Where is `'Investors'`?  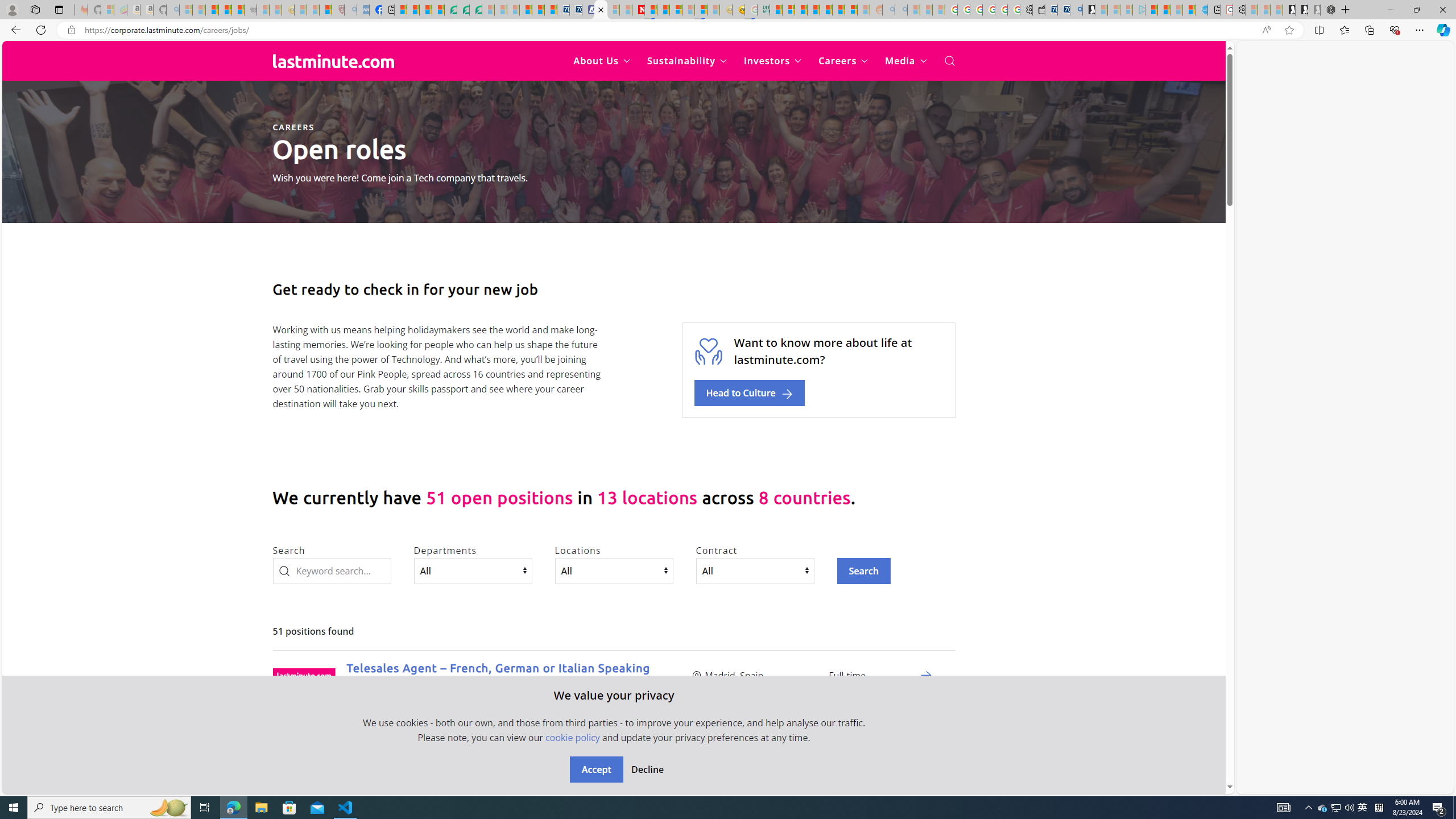 'Investors' is located at coordinates (772, 61).